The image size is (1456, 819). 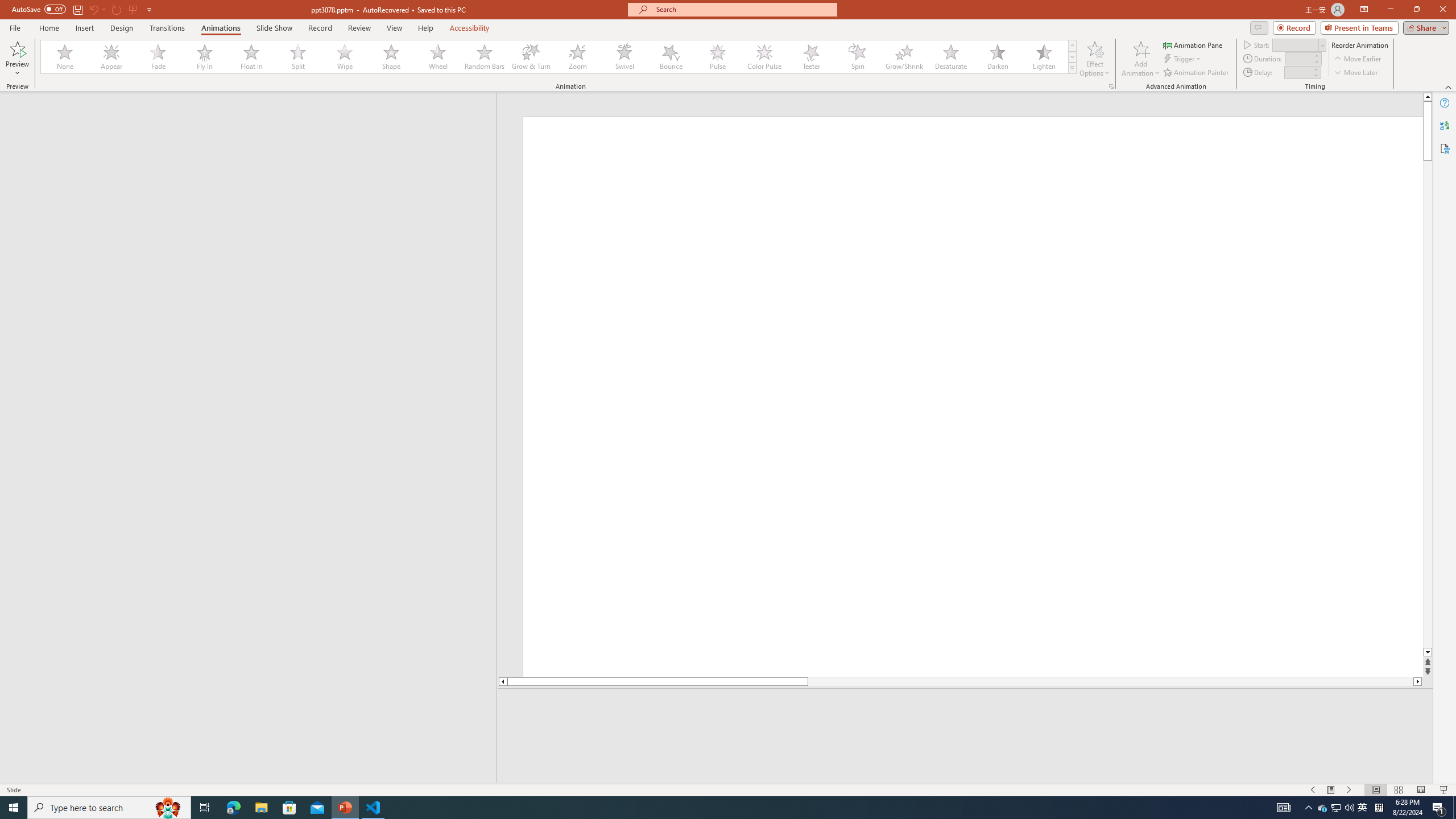 What do you see at coordinates (1182, 59) in the screenshot?
I see `'Trigger'` at bounding box center [1182, 59].